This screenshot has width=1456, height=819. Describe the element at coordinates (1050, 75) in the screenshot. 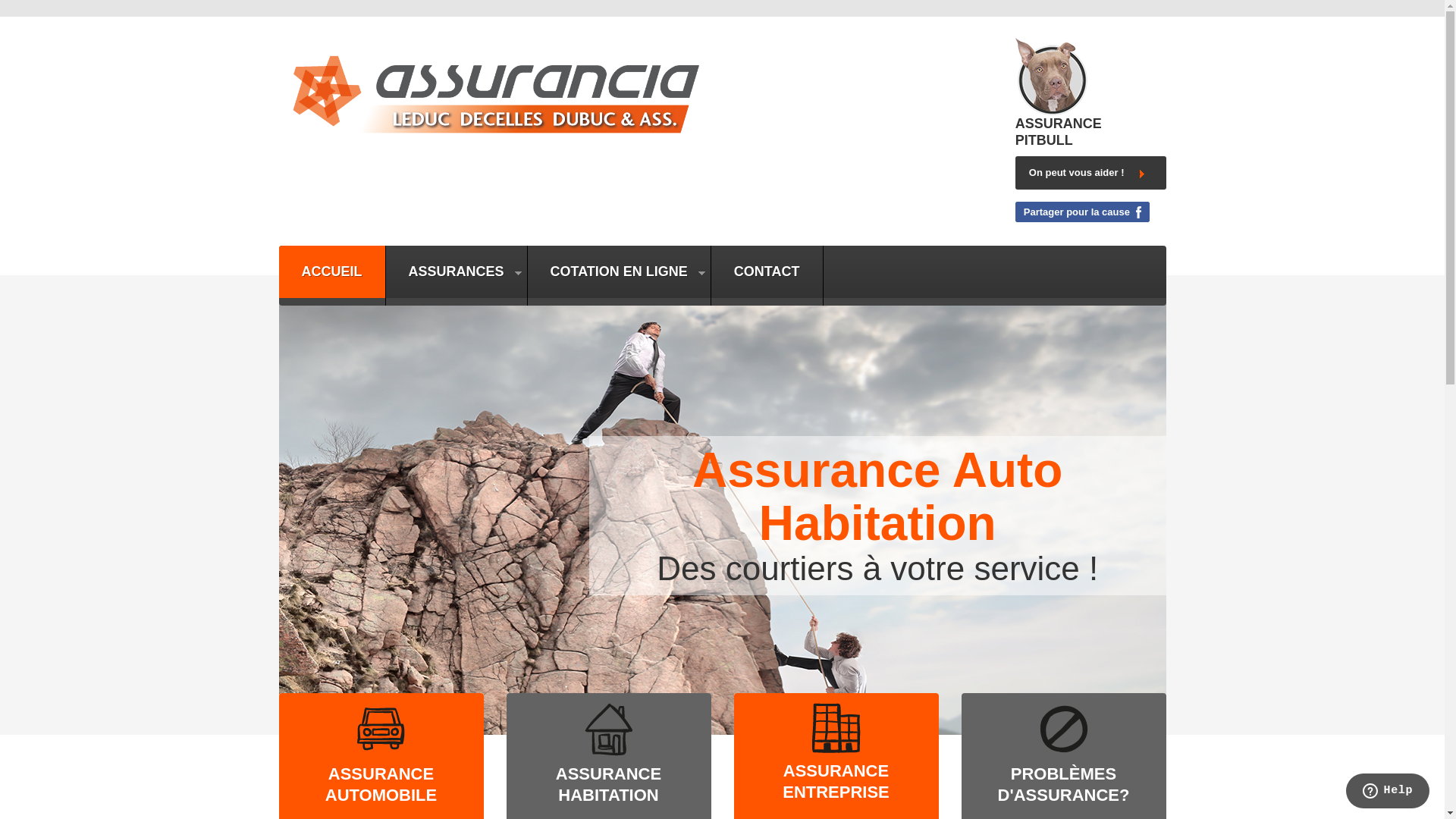

I see `'Assurance Pitbull'` at that location.